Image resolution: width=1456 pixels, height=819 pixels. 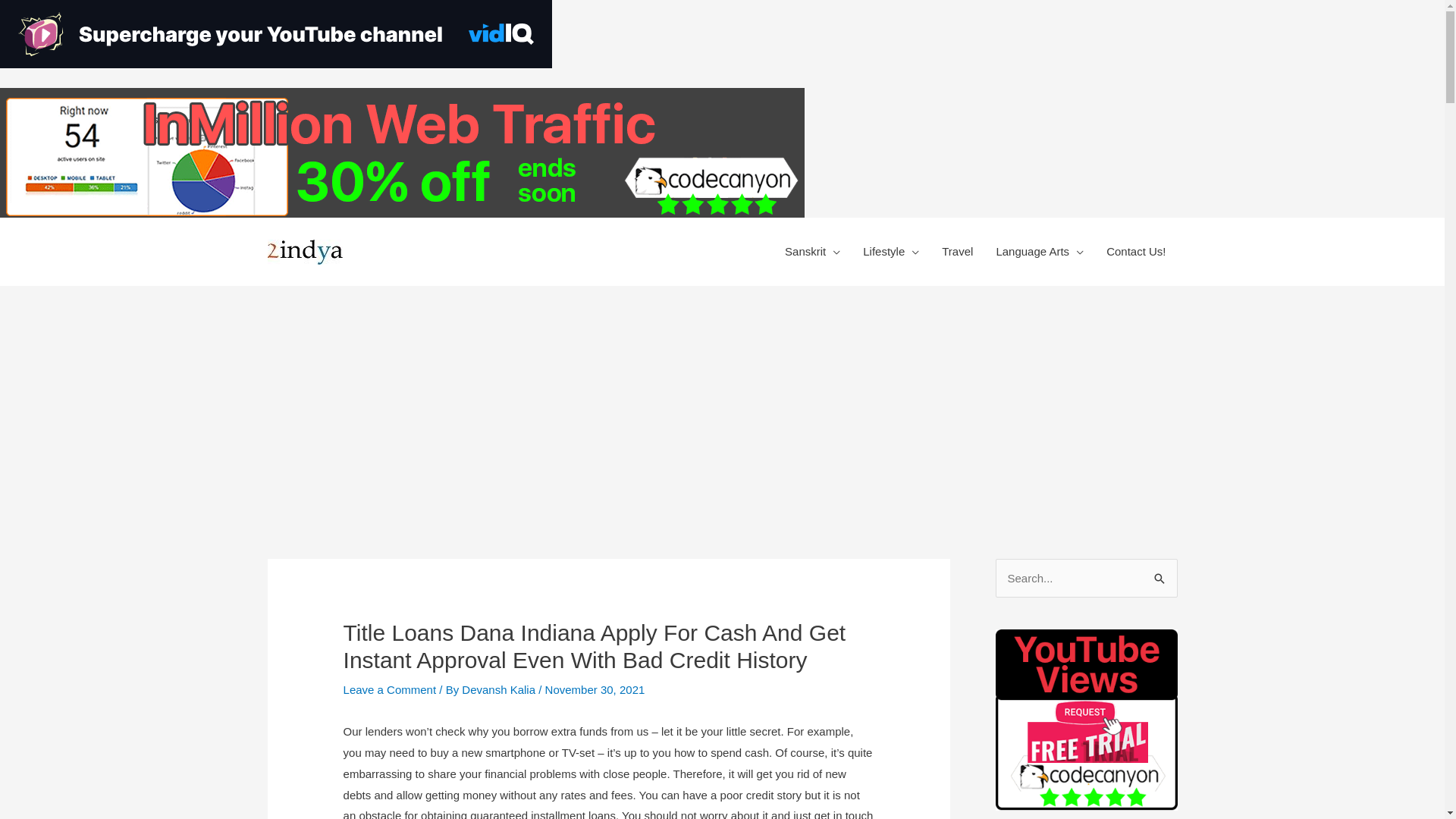 What do you see at coordinates (1095, 250) in the screenshot?
I see `'Contact Us!'` at bounding box center [1095, 250].